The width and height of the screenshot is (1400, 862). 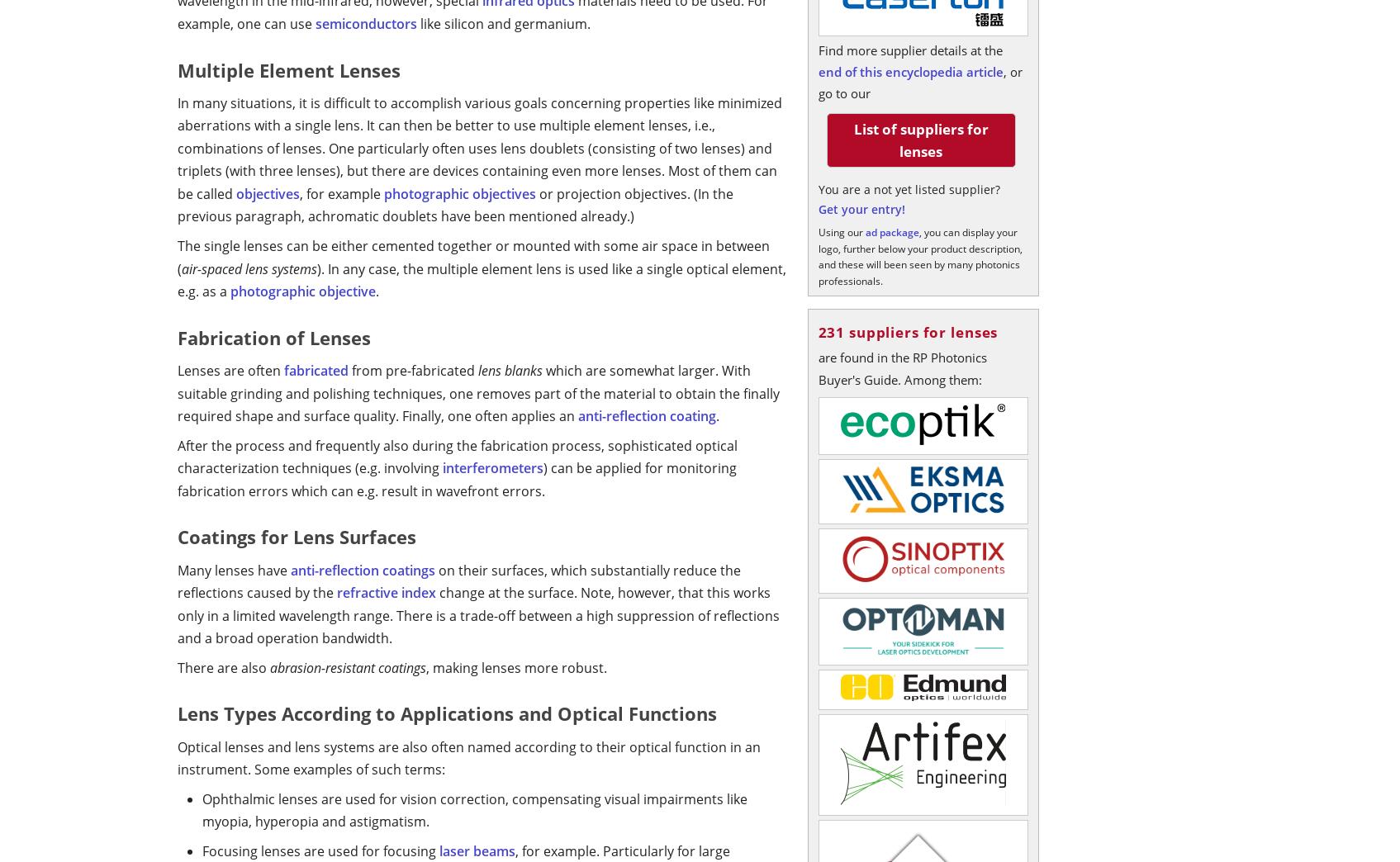 I want to click on ', making lenses more robust.', so click(x=515, y=665).